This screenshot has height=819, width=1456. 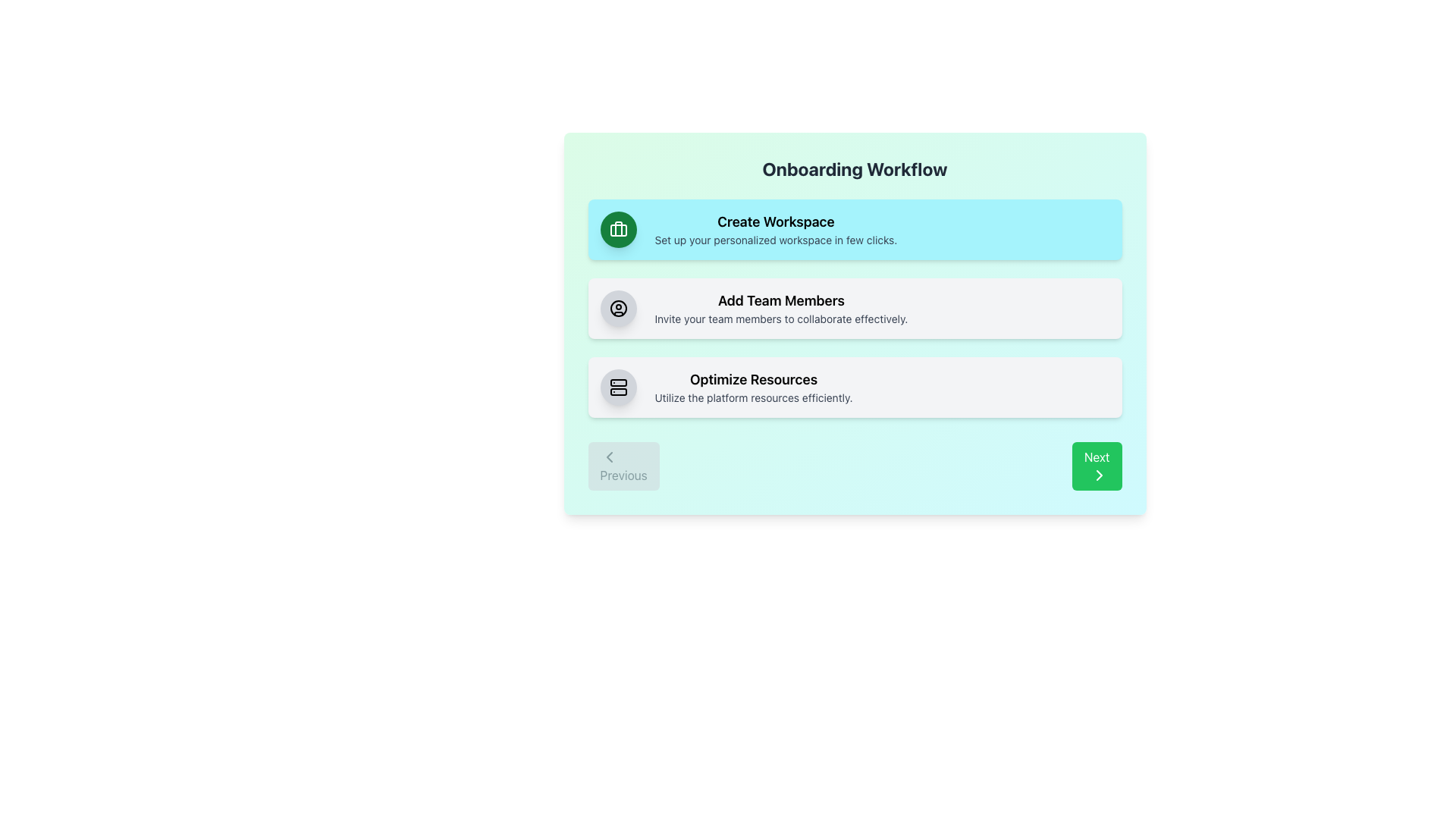 I want to click on the circular icon button with a light gray background and a black server stack icon, located in the 'Optimize Resources' section, aligned with its title and description, so click(x=618, y=386).